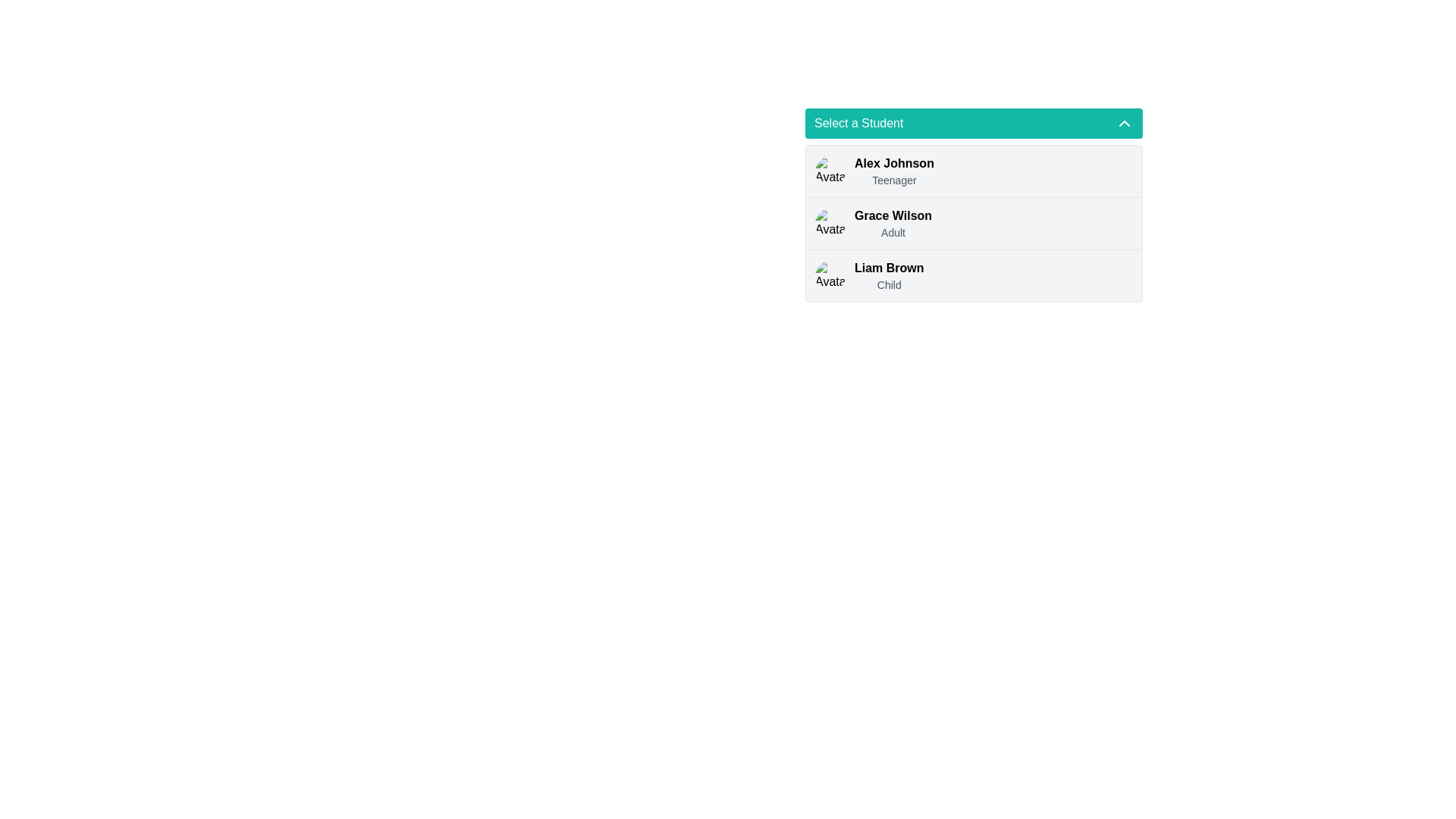  Describe the element at coordinates (893, 233) in the screenshot. I see `the text label reading 'Adult' that is styled in light gray and positioned below 'Grace Wilson' in the list of selectable items` at that location.